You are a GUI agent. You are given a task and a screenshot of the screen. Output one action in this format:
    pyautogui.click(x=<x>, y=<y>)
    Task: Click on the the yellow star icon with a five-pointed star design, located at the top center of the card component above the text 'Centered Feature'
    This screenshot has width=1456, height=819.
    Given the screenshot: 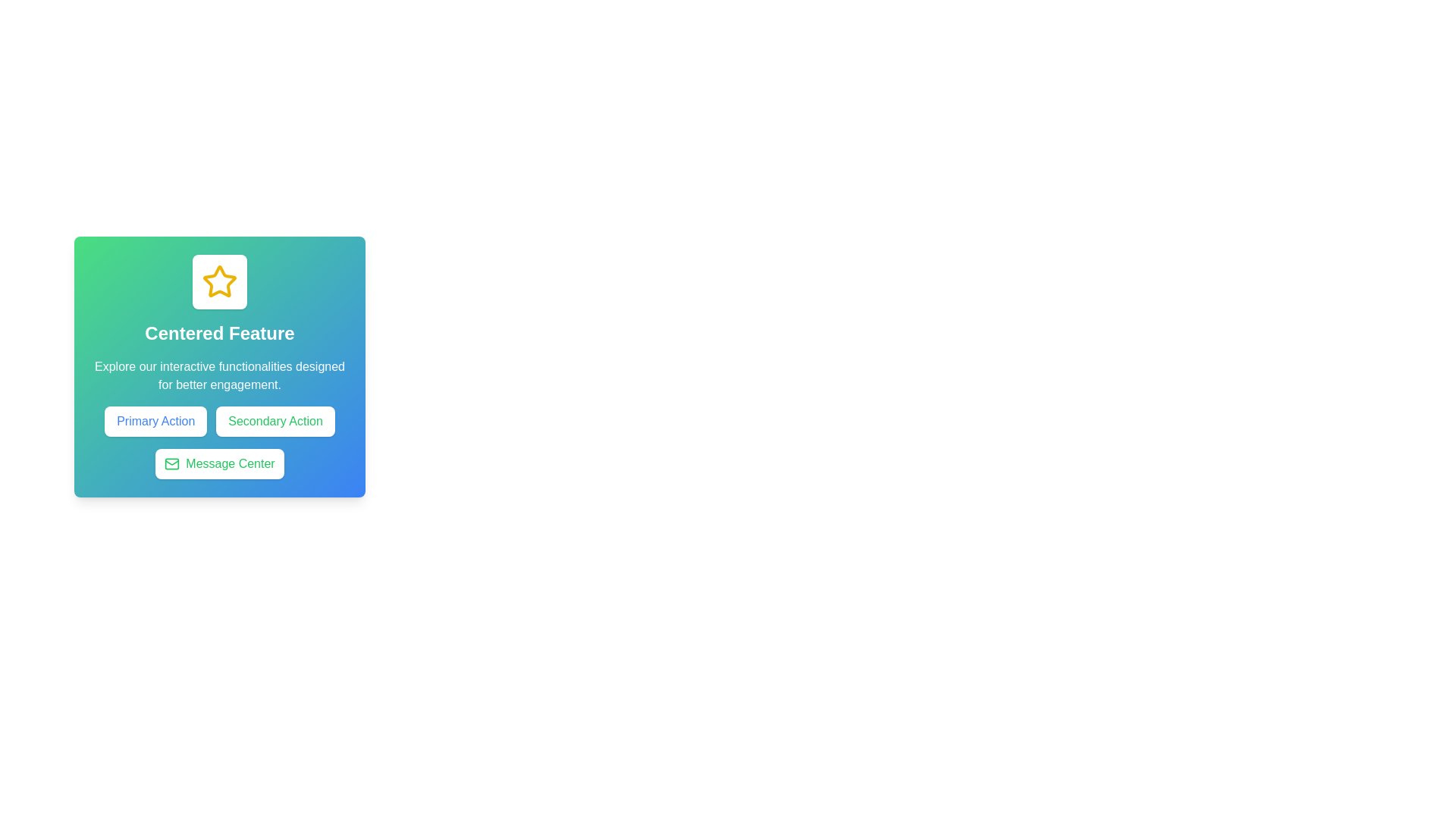 What is the action you would take?
    pyautogui.click(x=218, y=281)
    